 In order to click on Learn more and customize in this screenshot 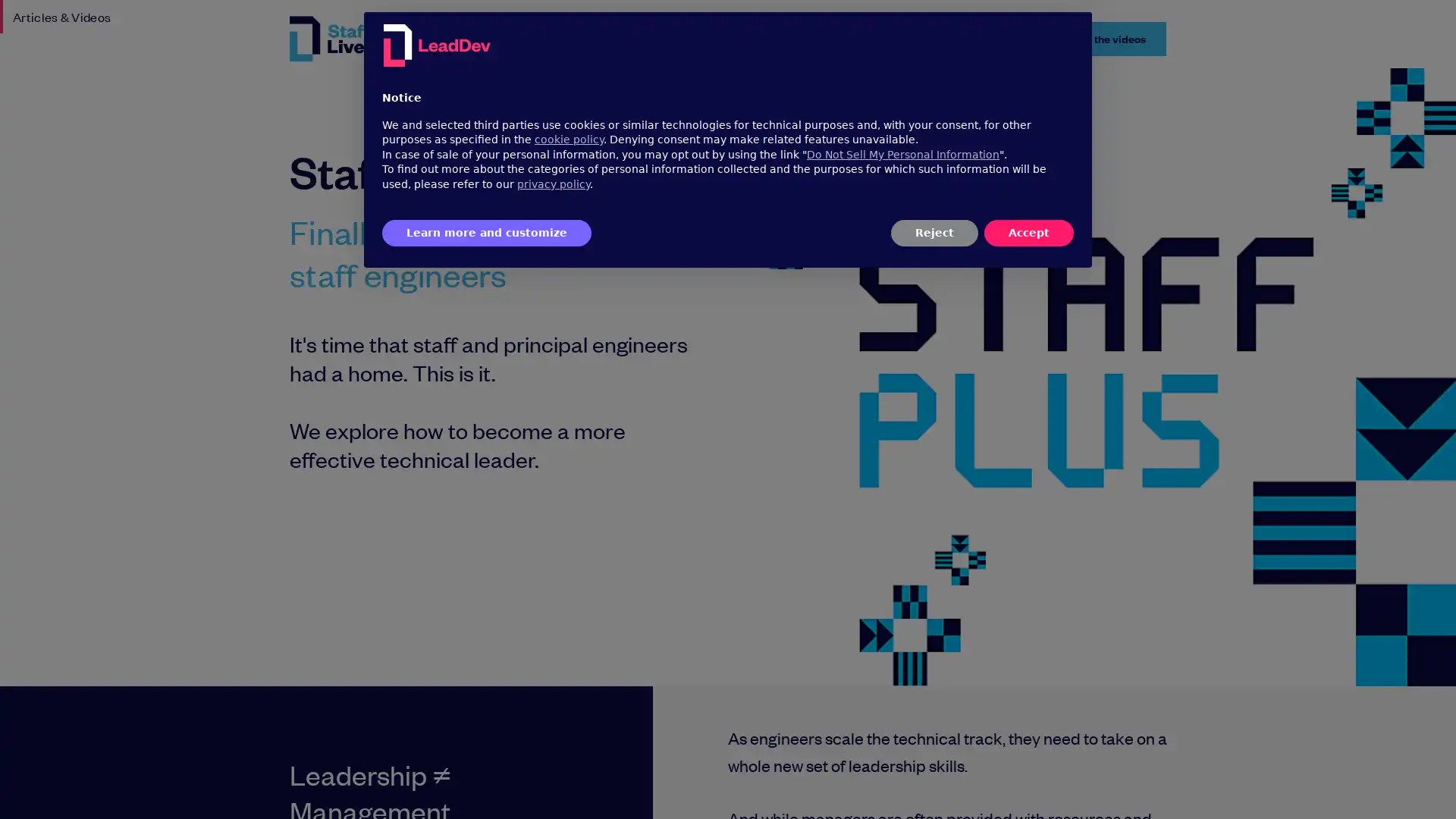, I will do `click(487, 233)`.